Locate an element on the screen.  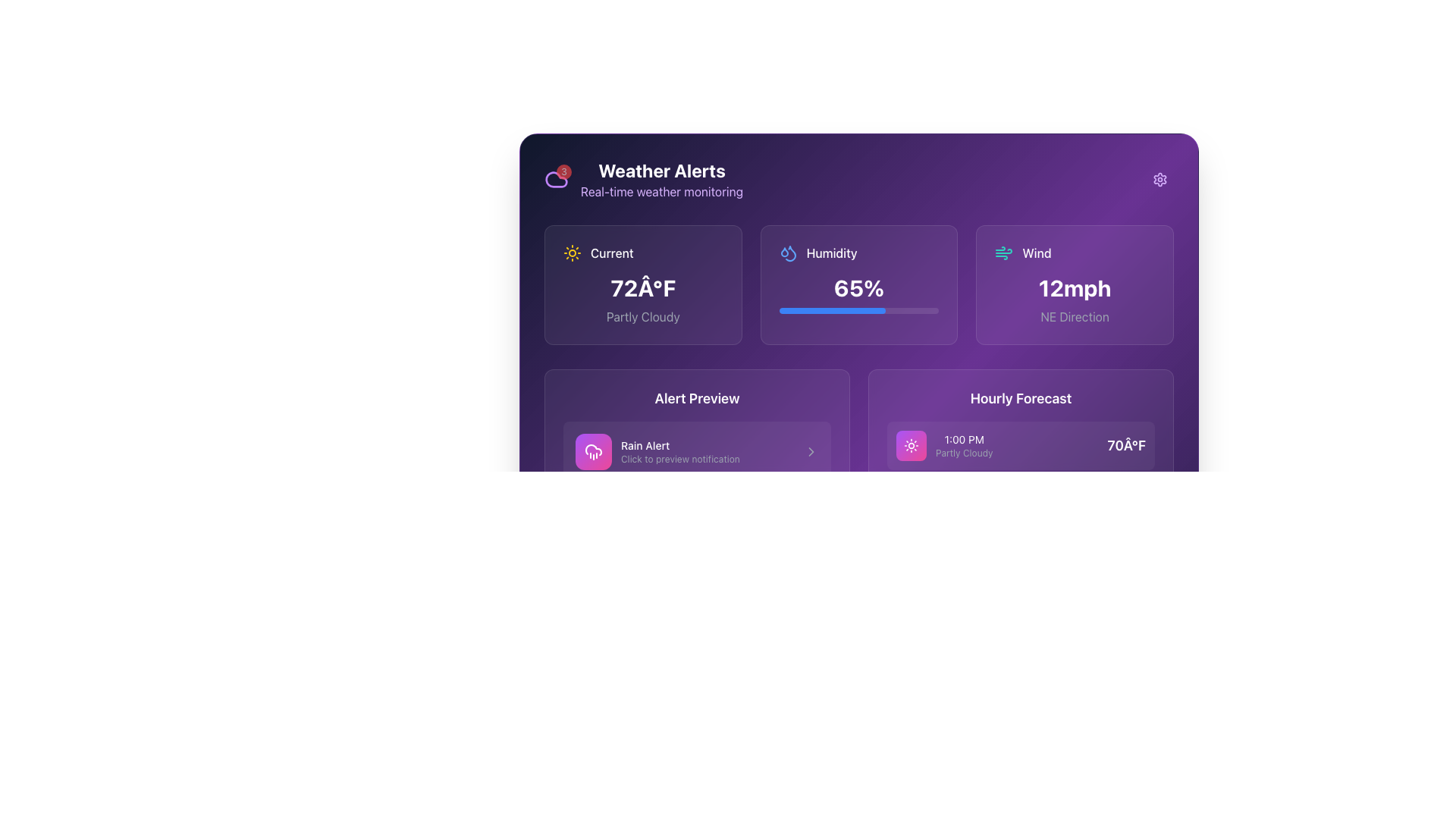
the 'Weather Alerts' text label, which serves as a title for the section indicating weather monitoring details is located at coordinates (662, 170).